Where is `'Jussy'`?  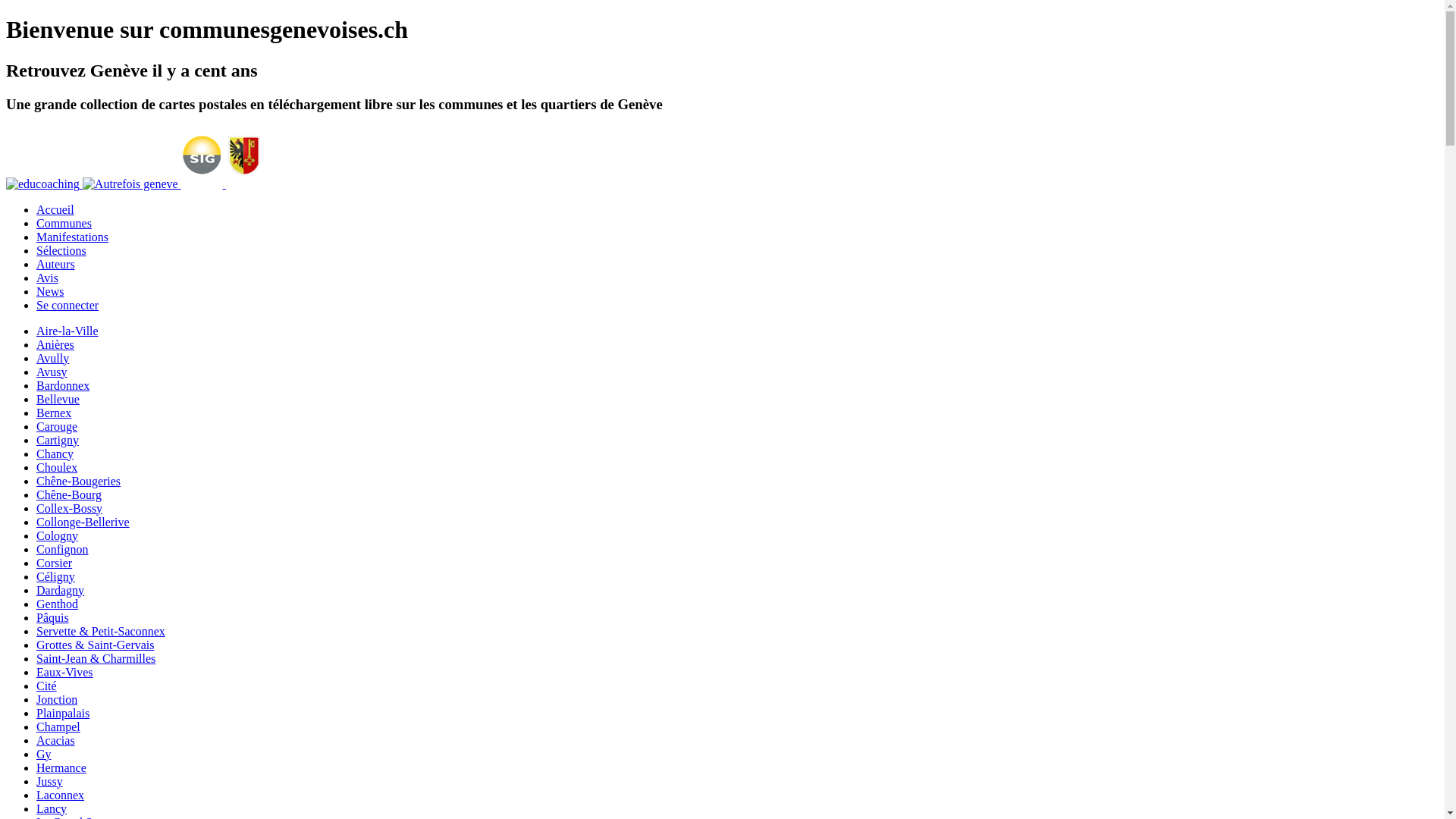
'Jussy' is located at coordinates (49, 781).